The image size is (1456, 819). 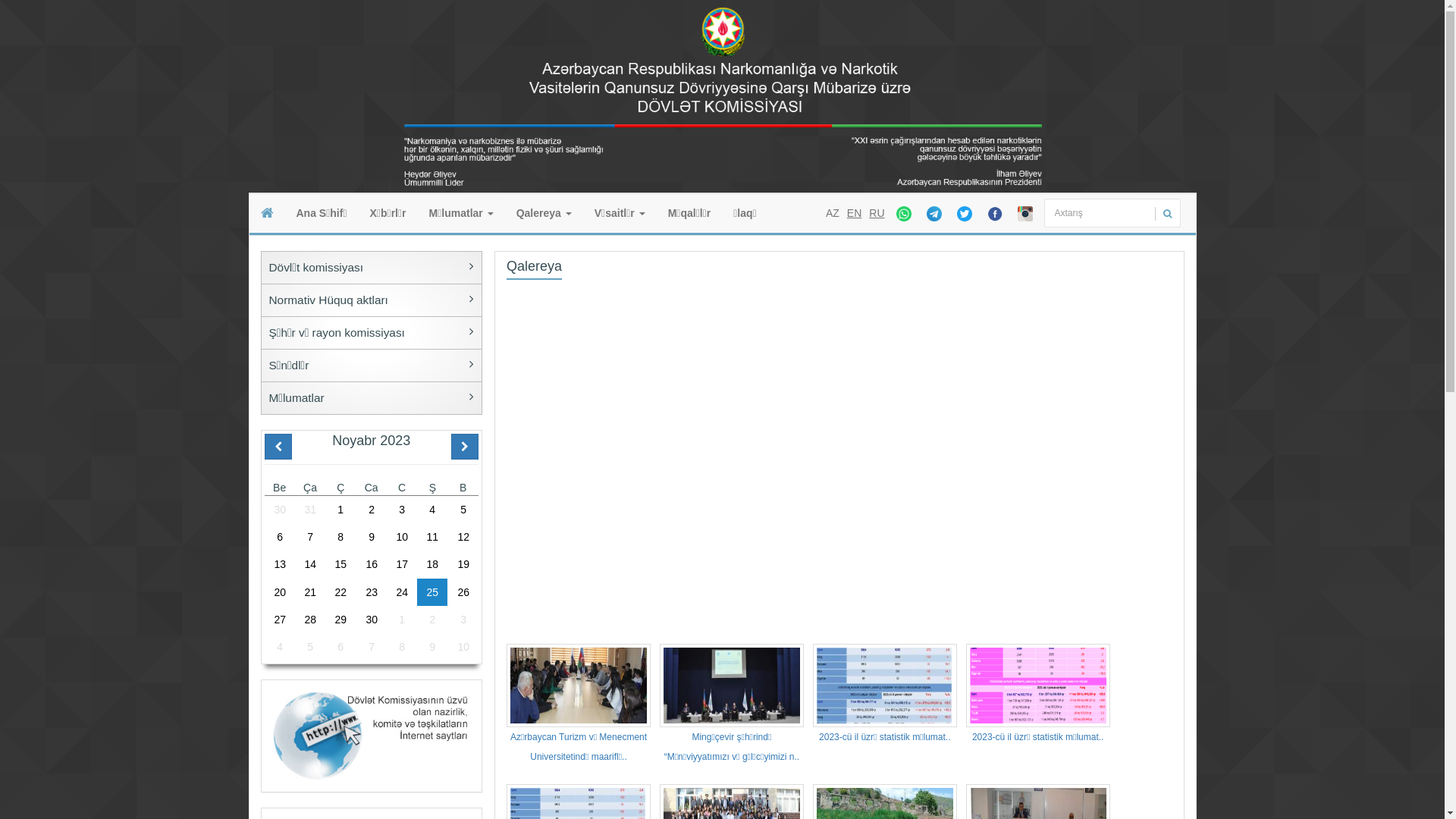 I want to click on '21', so click(x=294, y=591).